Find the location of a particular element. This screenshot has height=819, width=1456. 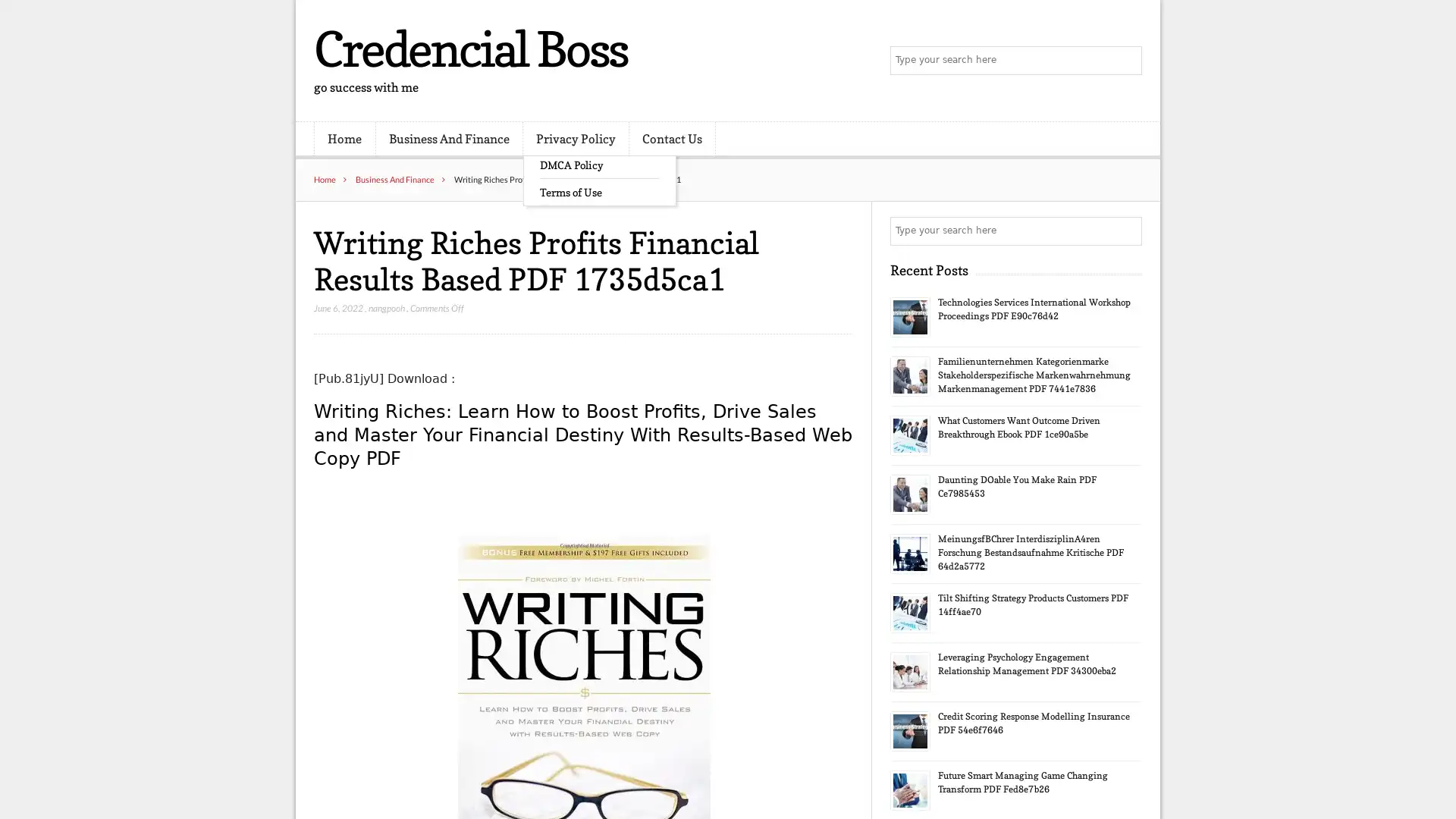

Search is located at coordinates (1126, 61).